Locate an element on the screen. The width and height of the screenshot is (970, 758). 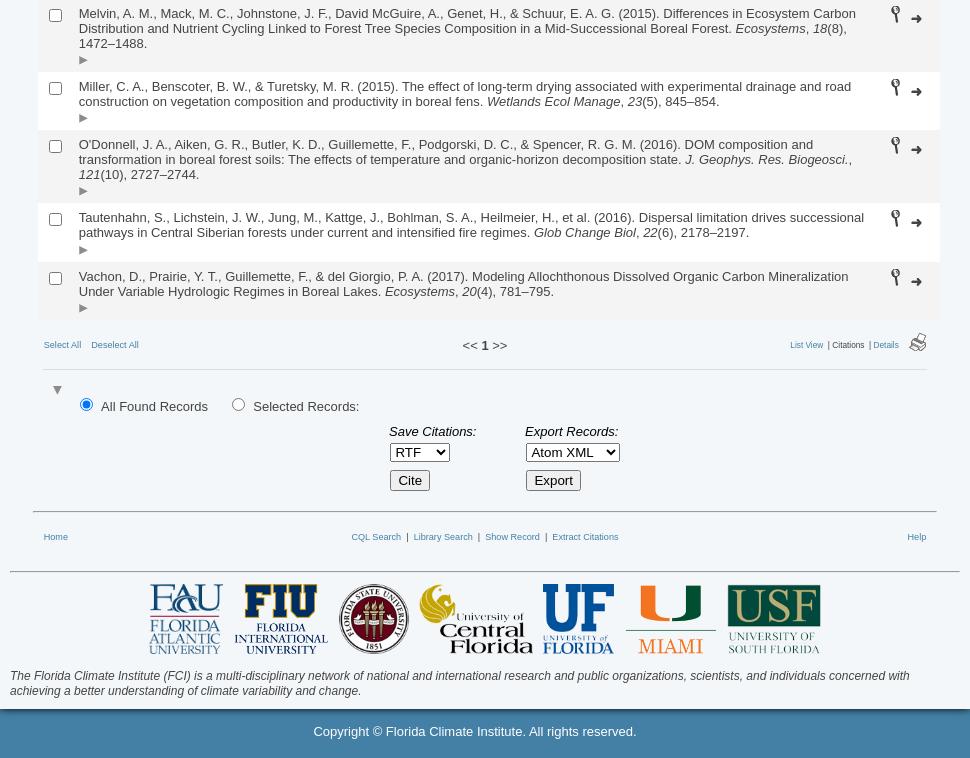
'The Florida Climate Institute (FCI) is a multi-disciplinary network of national and international research and public organizations, scientists, and individuals concerned with achieving a better understanding of climate variability and change.' is located at coordinates (458, 682).